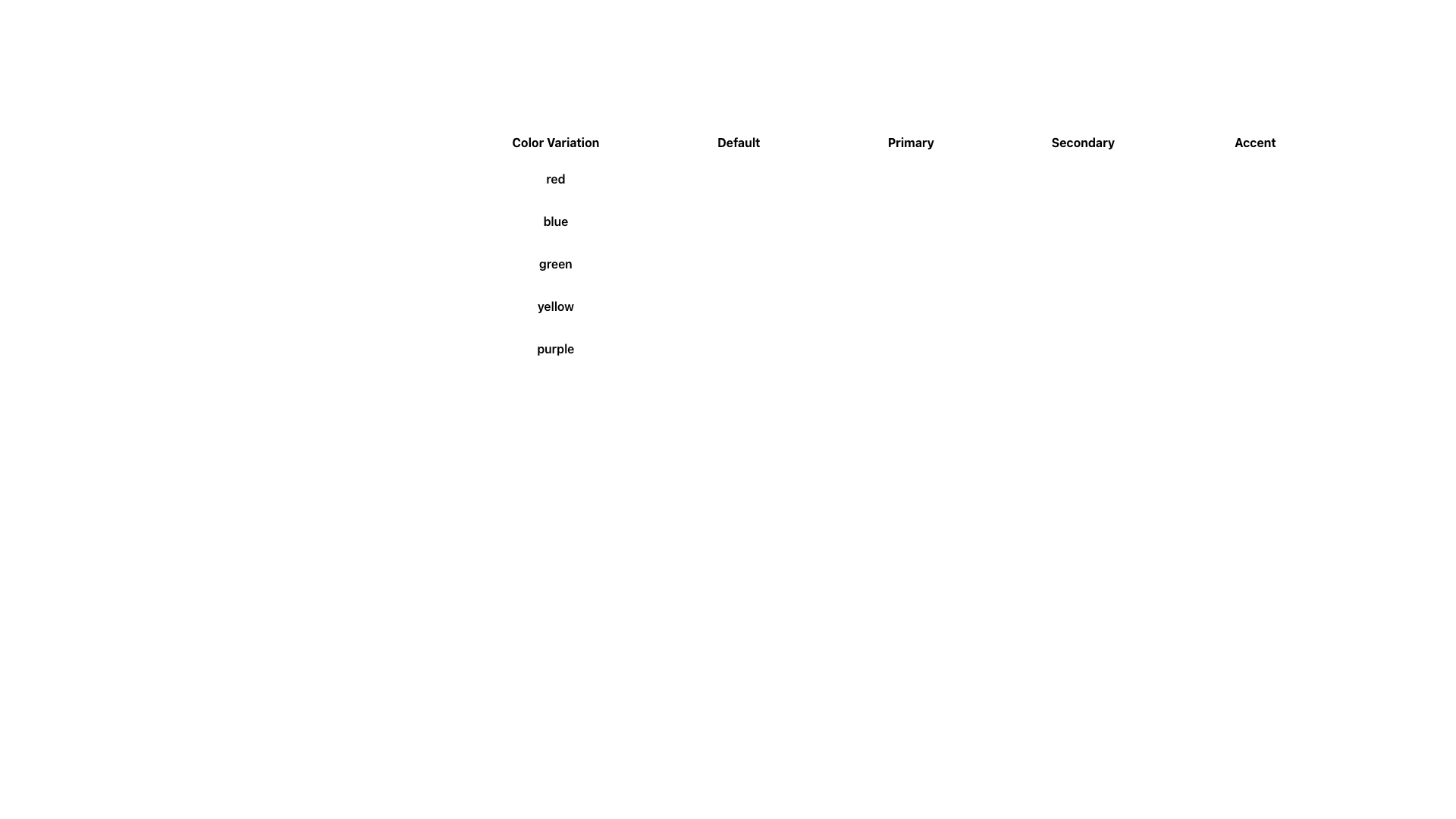 The image size is (1456, 819). What do you see at coordinates (709, 221) in the screenshot?
I see `the circular 'info' icon located at the leftmost side of the 'blue' button in the 'Color Variation' column` at bounding box center [709, 221].